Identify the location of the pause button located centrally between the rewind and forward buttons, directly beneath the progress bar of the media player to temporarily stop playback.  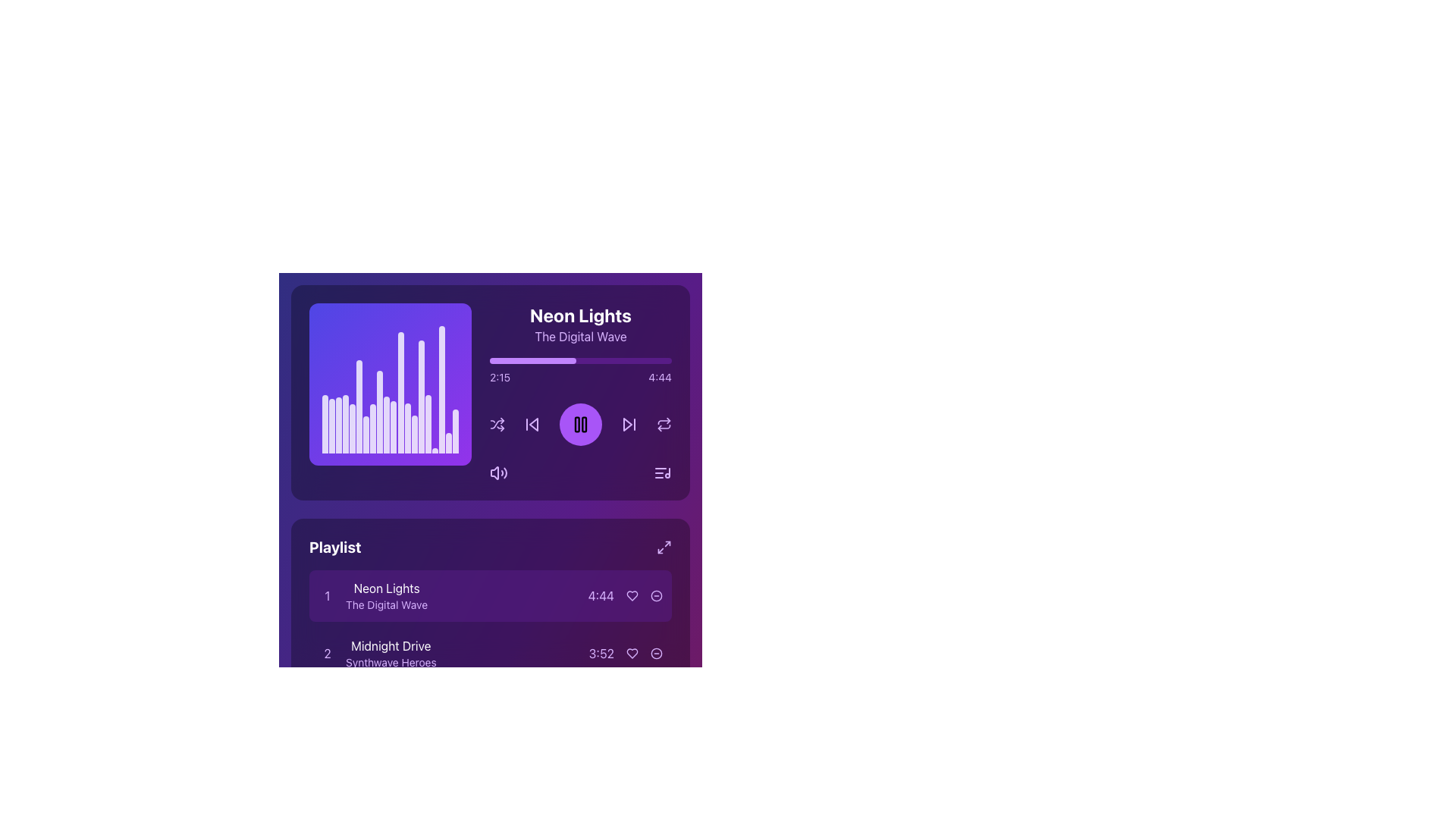
(580, 424).